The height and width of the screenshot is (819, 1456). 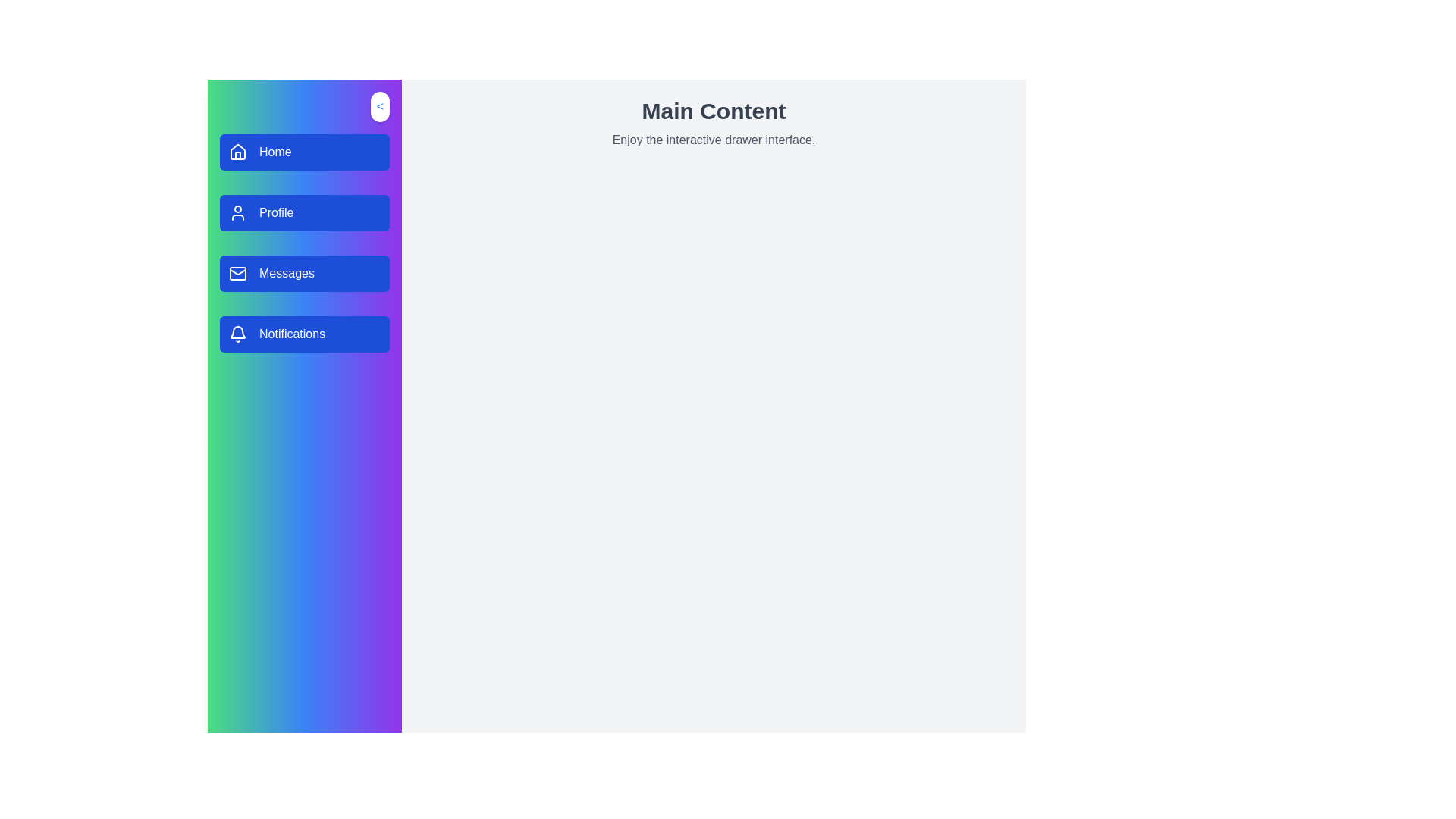 What do you see at coordinates (304, 274) in the screenshot?
I see `the 'Messages' navigation button in the left sidebar` at bounding box center [304, 274].